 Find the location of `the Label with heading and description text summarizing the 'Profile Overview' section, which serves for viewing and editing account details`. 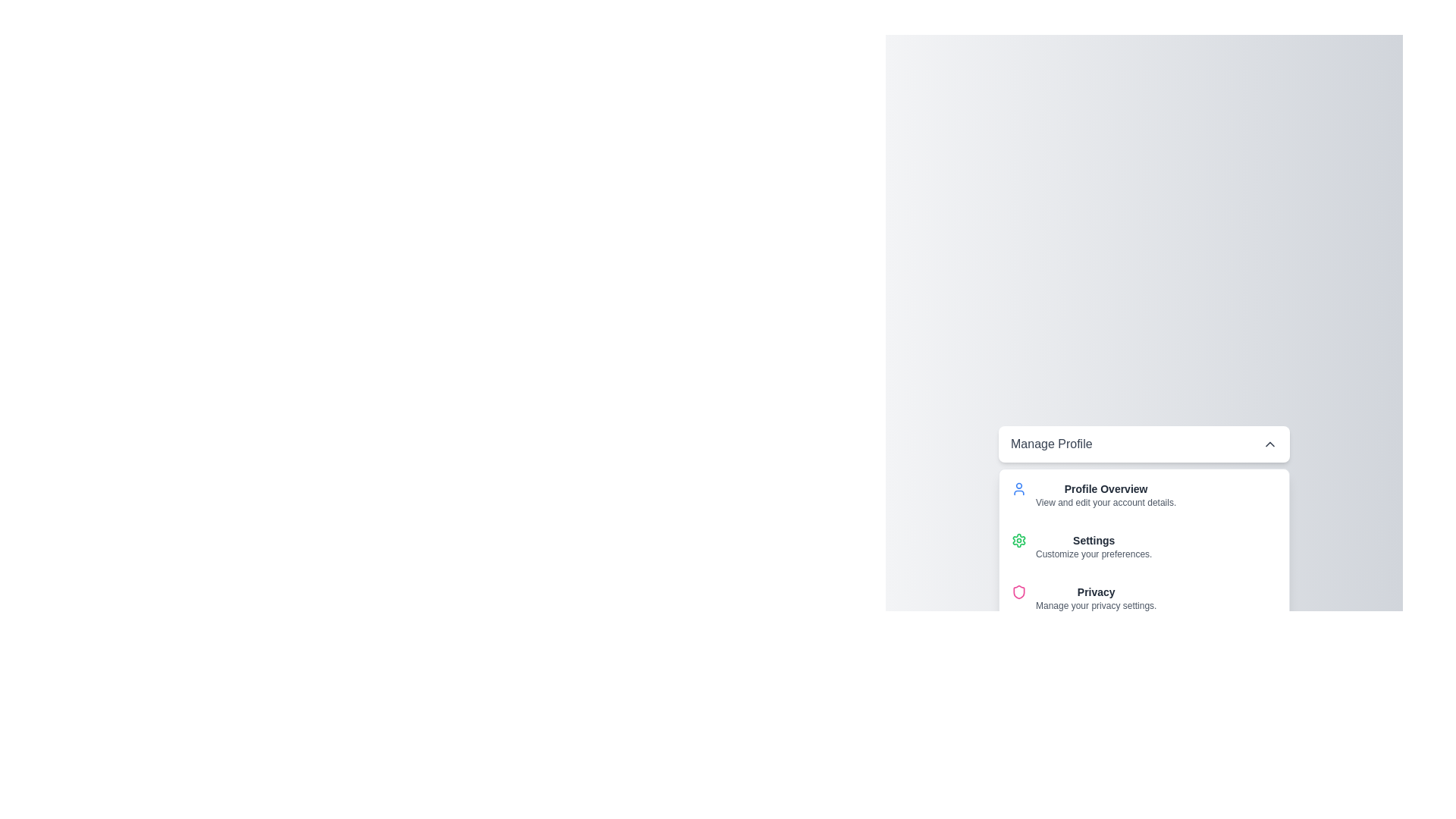

the Label with heading and description text summarizing the 'Profile Overview' section, which serves for viewing and editing account details is located at coordinates (1106, 494).